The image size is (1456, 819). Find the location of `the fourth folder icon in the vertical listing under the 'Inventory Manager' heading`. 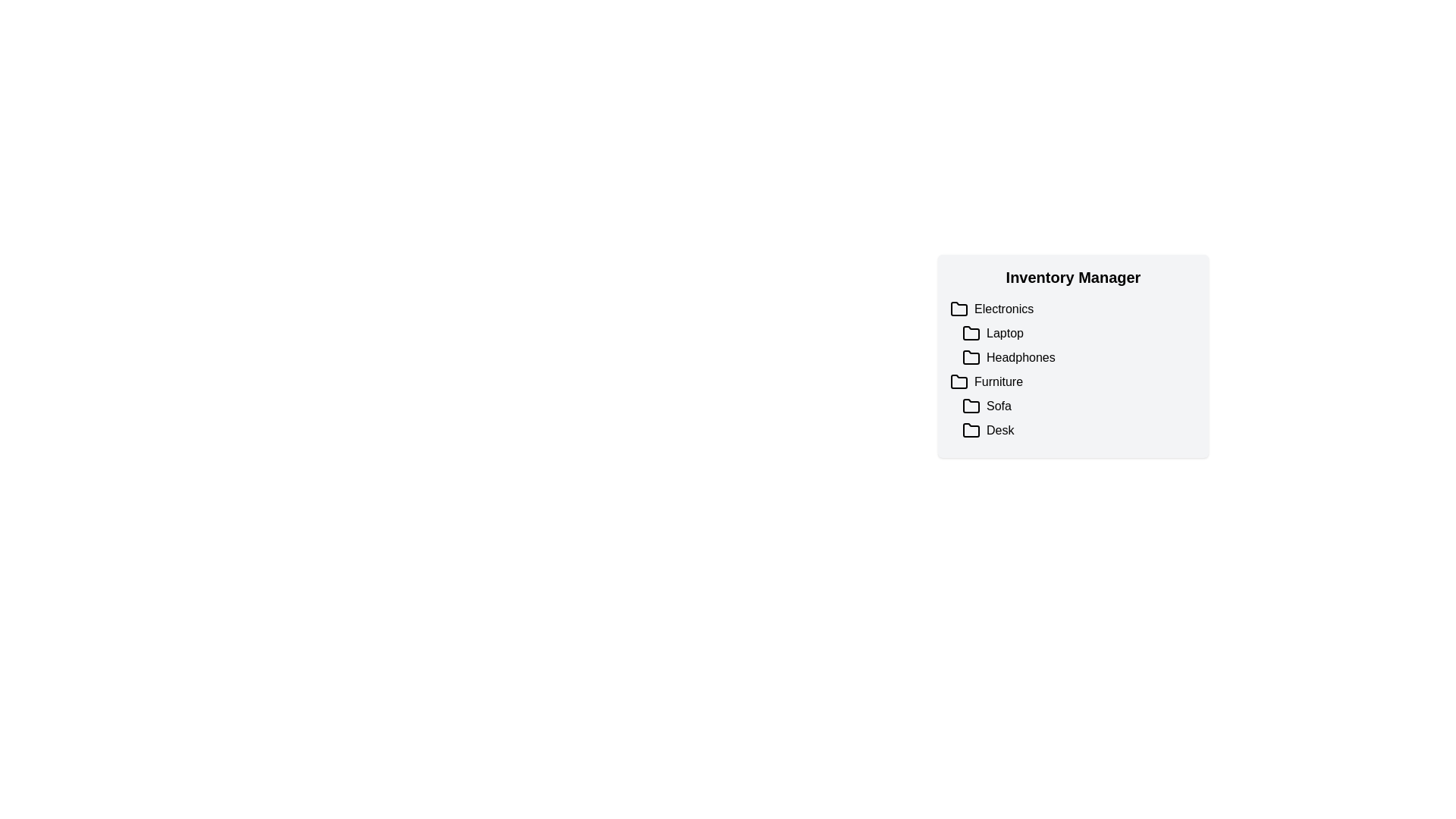

the fourth folder icon in the vertical listing under the 'Inventory Manager' heading is located at coordinates (959, 380).